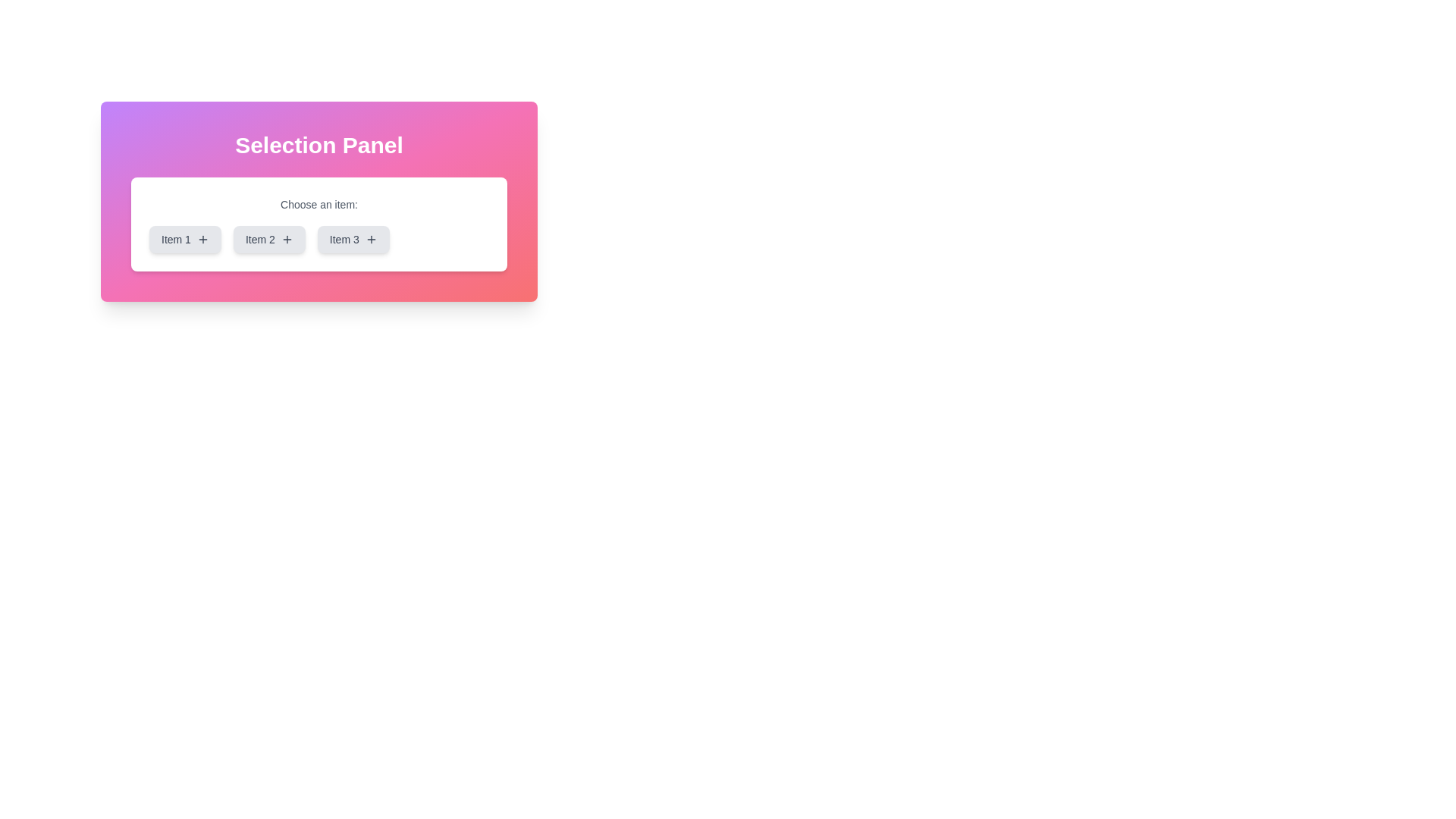  Describe the element at coordinates (184, 239) in the screenshot. I see `the 'Item 1' button, which is a rectangular button with rounded corners, light gray background, and contains the text 'Item 1' aligned to the left with a plus icon on the right` at that location.